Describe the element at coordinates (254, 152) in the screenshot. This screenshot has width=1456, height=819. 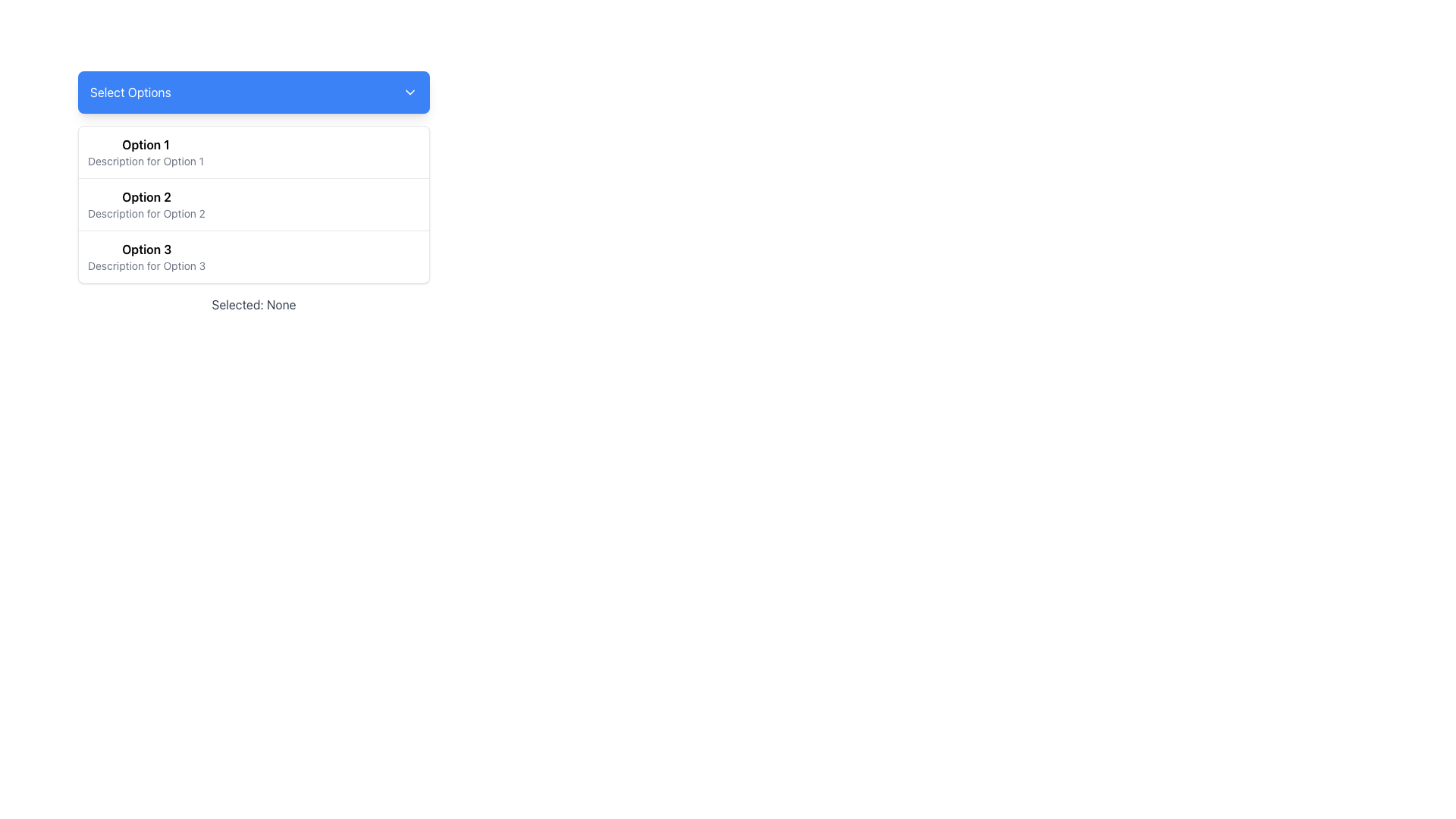
I see `the first list item with the bold title 'Option 1' and description 'Description for Option 1'` at that location.